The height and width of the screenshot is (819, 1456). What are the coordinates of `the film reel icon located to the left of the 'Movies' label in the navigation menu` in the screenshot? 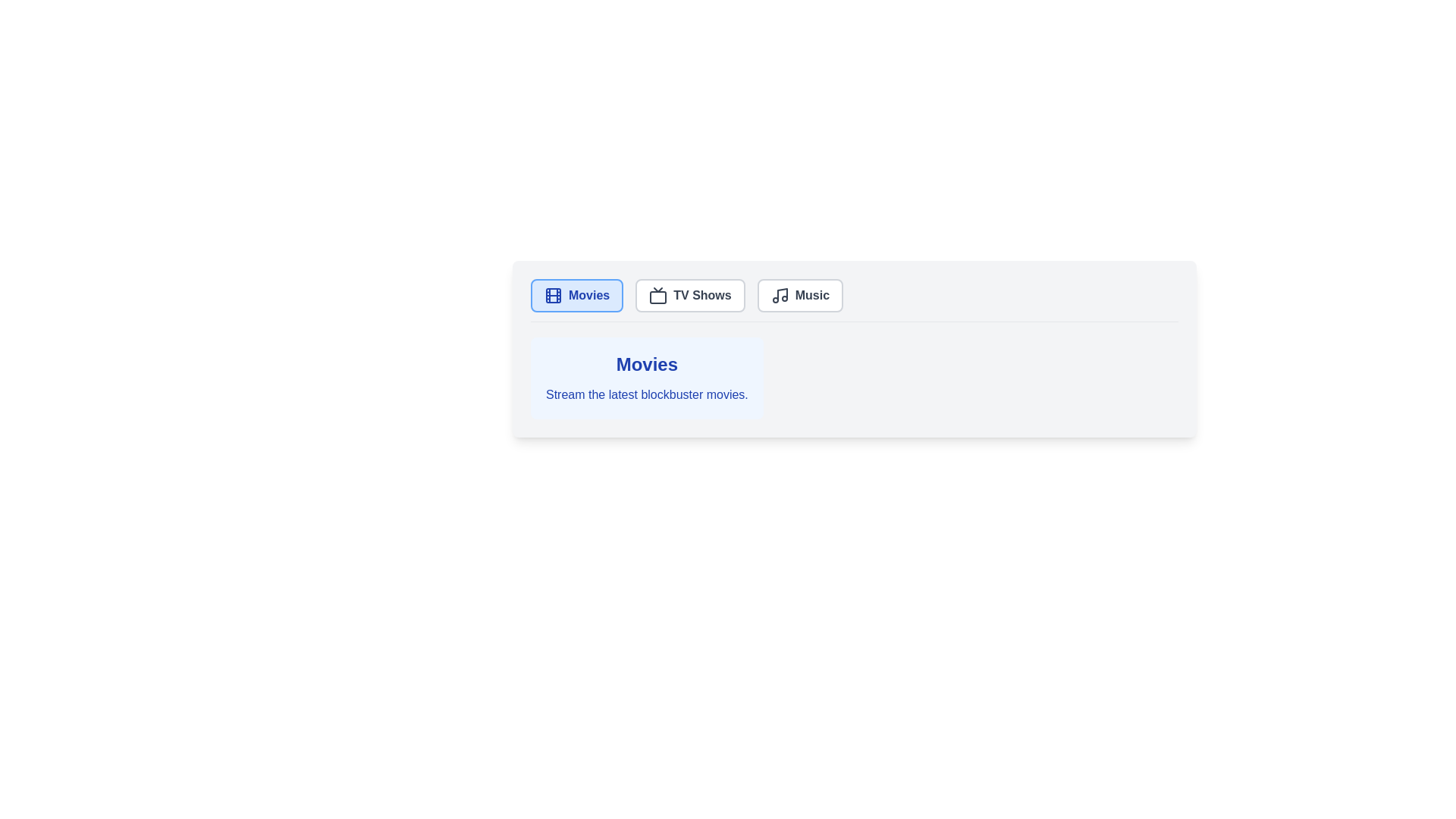 It's located at (552, 295).